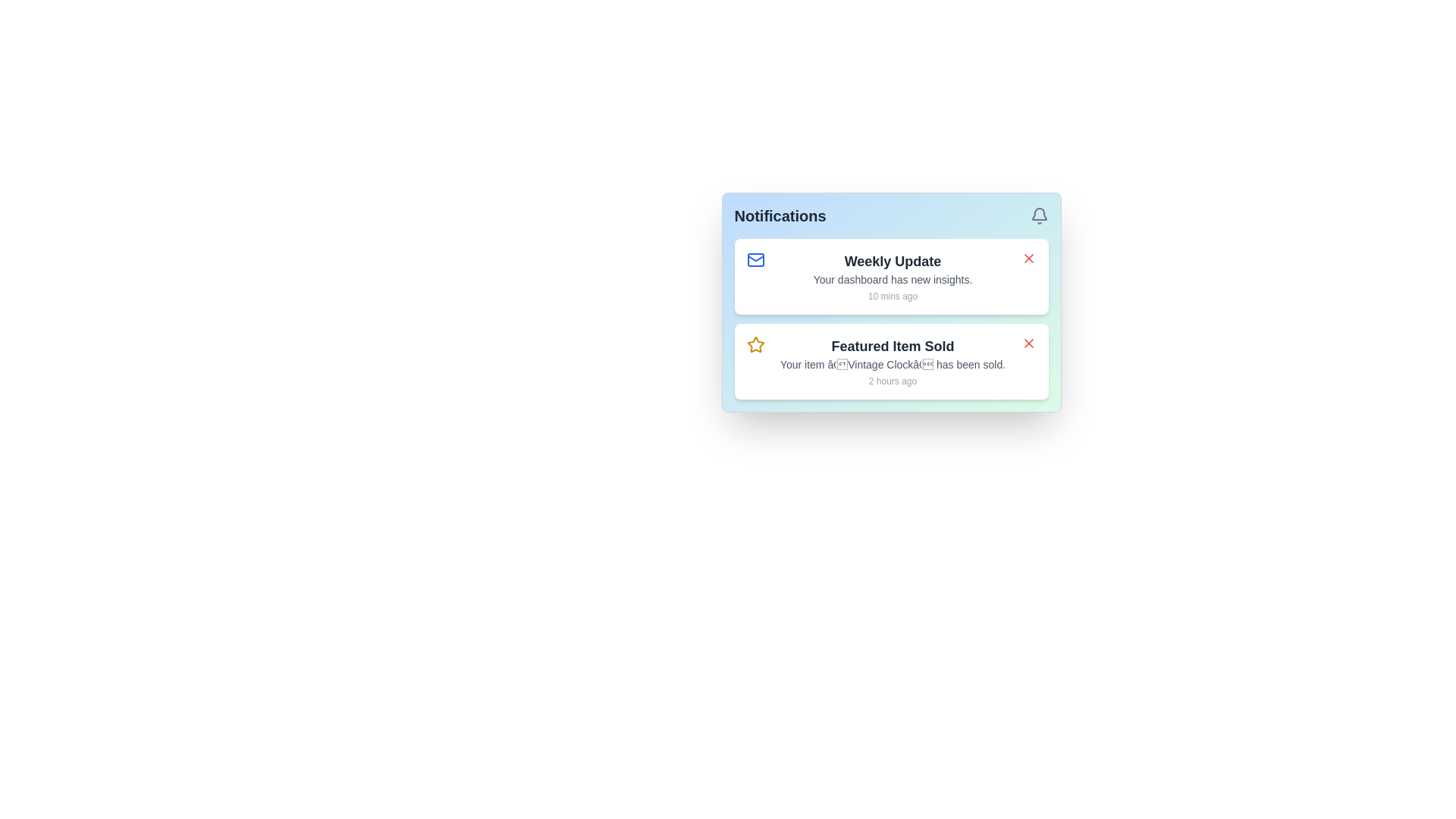 The width and height of the screenshot is (1456, 819). Describe the element at coordinates (893, 280) in the screenshot. I see `the Text Label that provides additional information for the notification titled 'Weekly Update', which is located directly underneath 'Weekly Update' and above '10 mins ago'` at that location.